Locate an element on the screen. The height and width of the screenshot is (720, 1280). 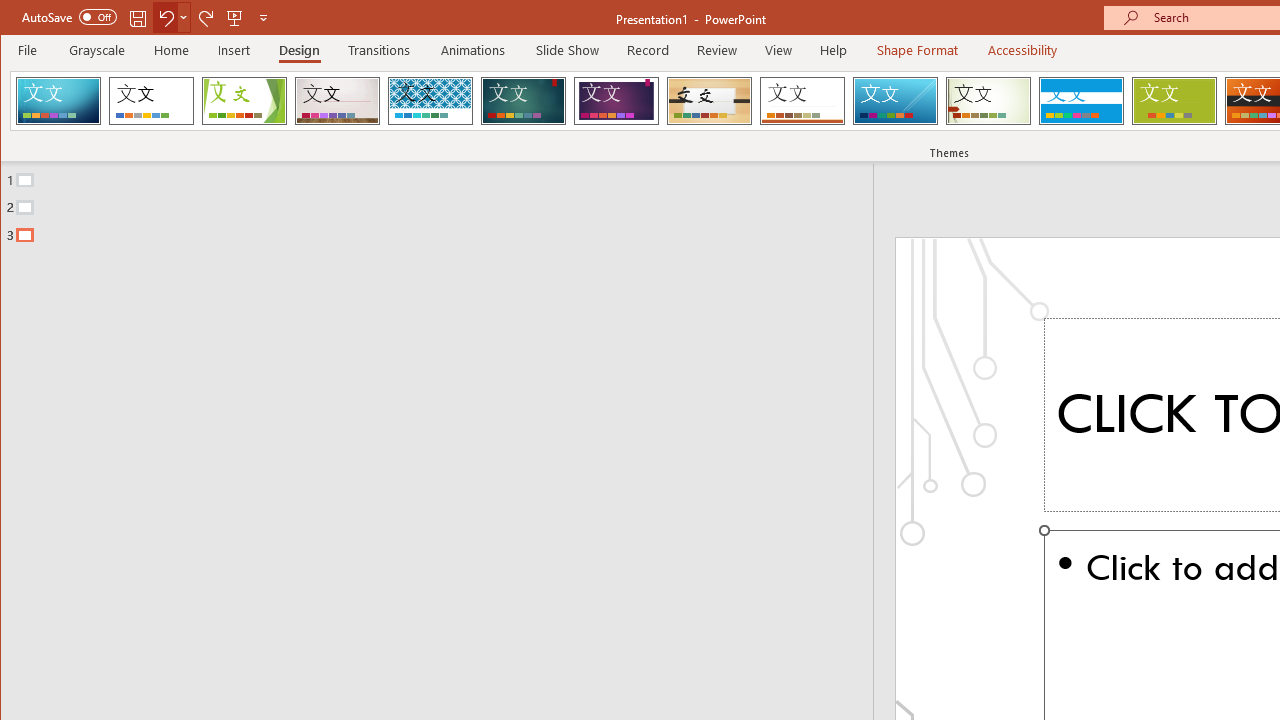
'Facet' is located at coordinates (243, 100).